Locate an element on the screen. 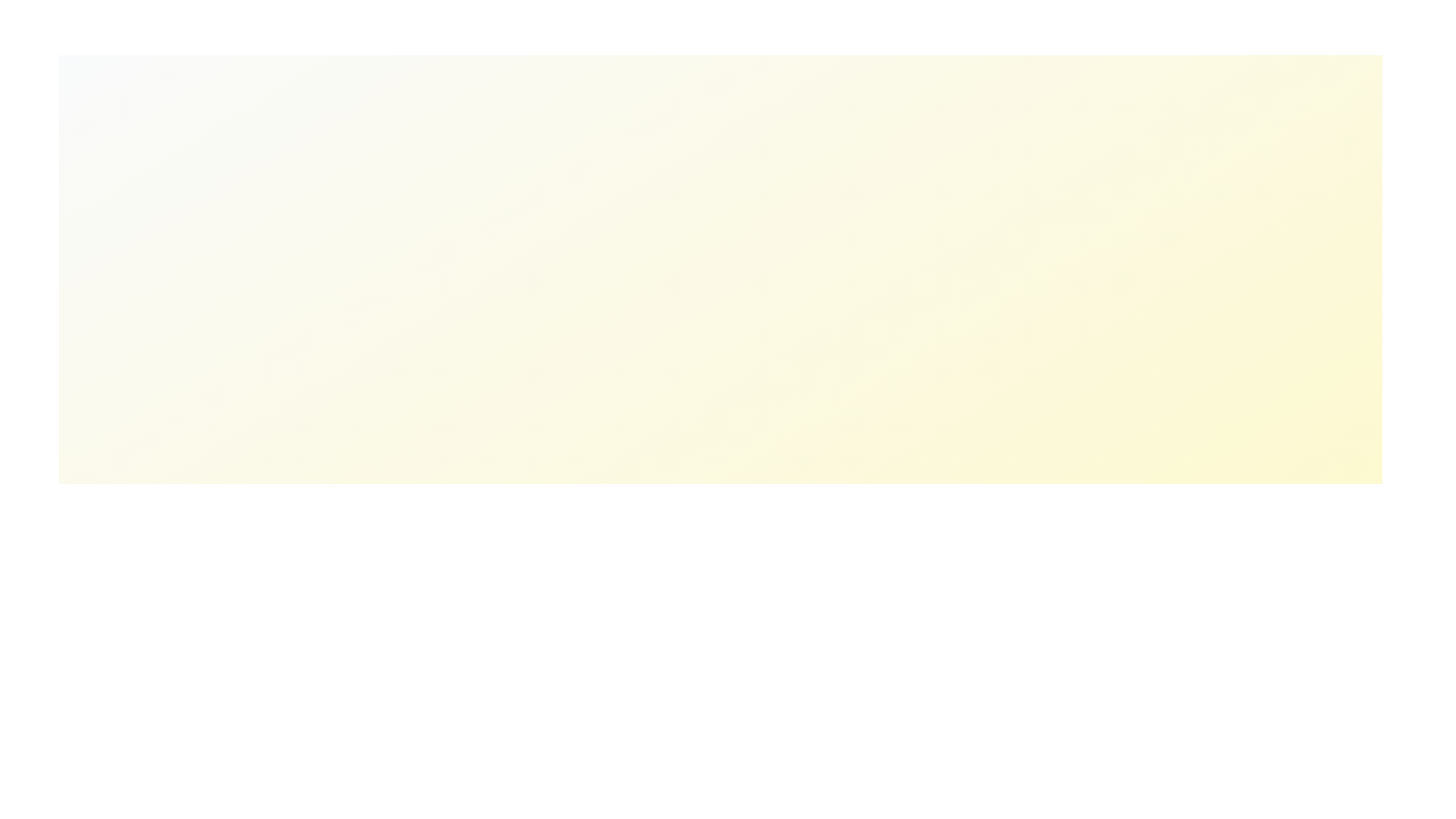  the background to interact with the layout is located at coordinates (720, 259).